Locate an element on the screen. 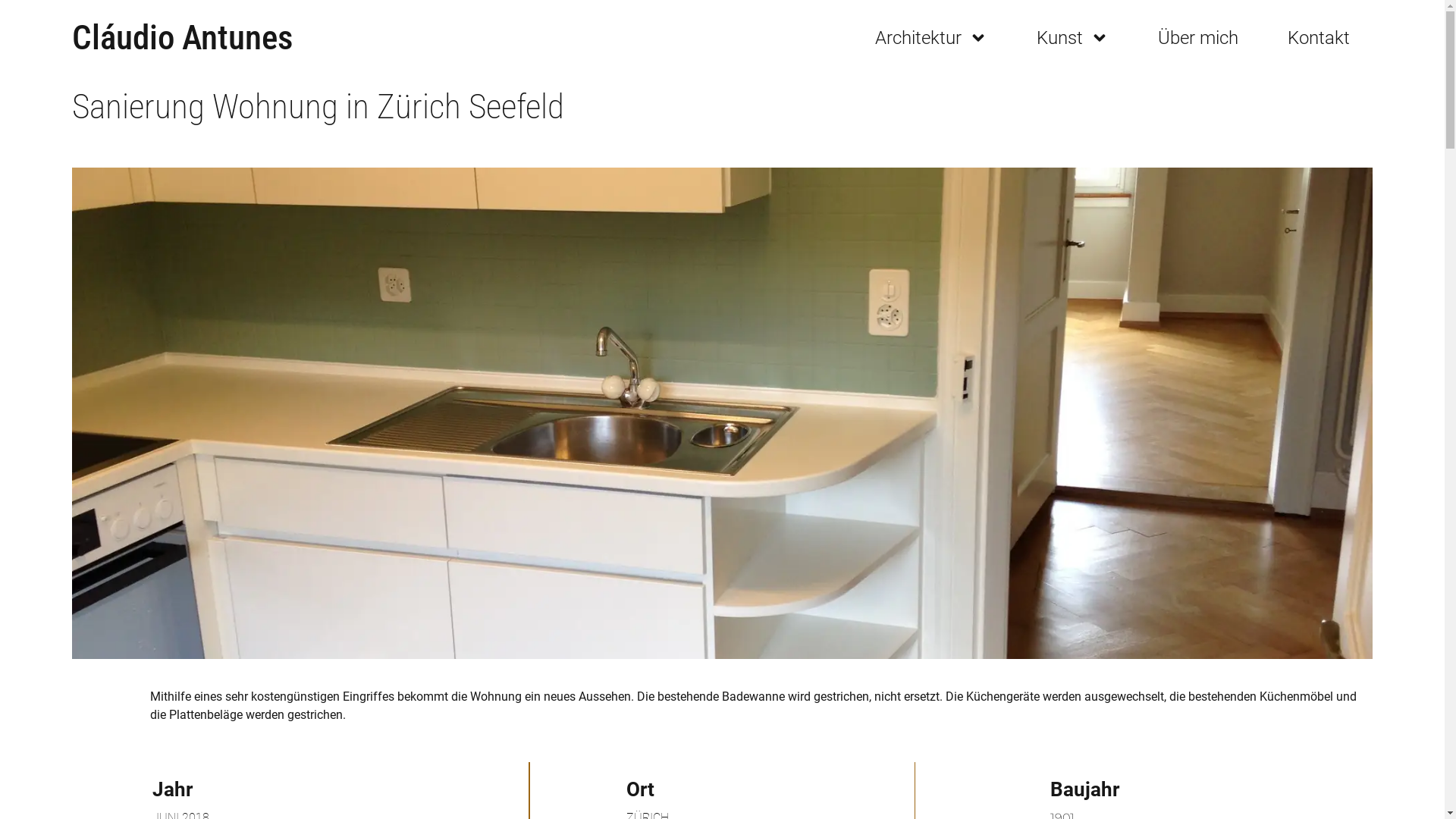 This screenshot has width=1456, height=819. 'Kontakt' is located at coordinates (1317, 37).